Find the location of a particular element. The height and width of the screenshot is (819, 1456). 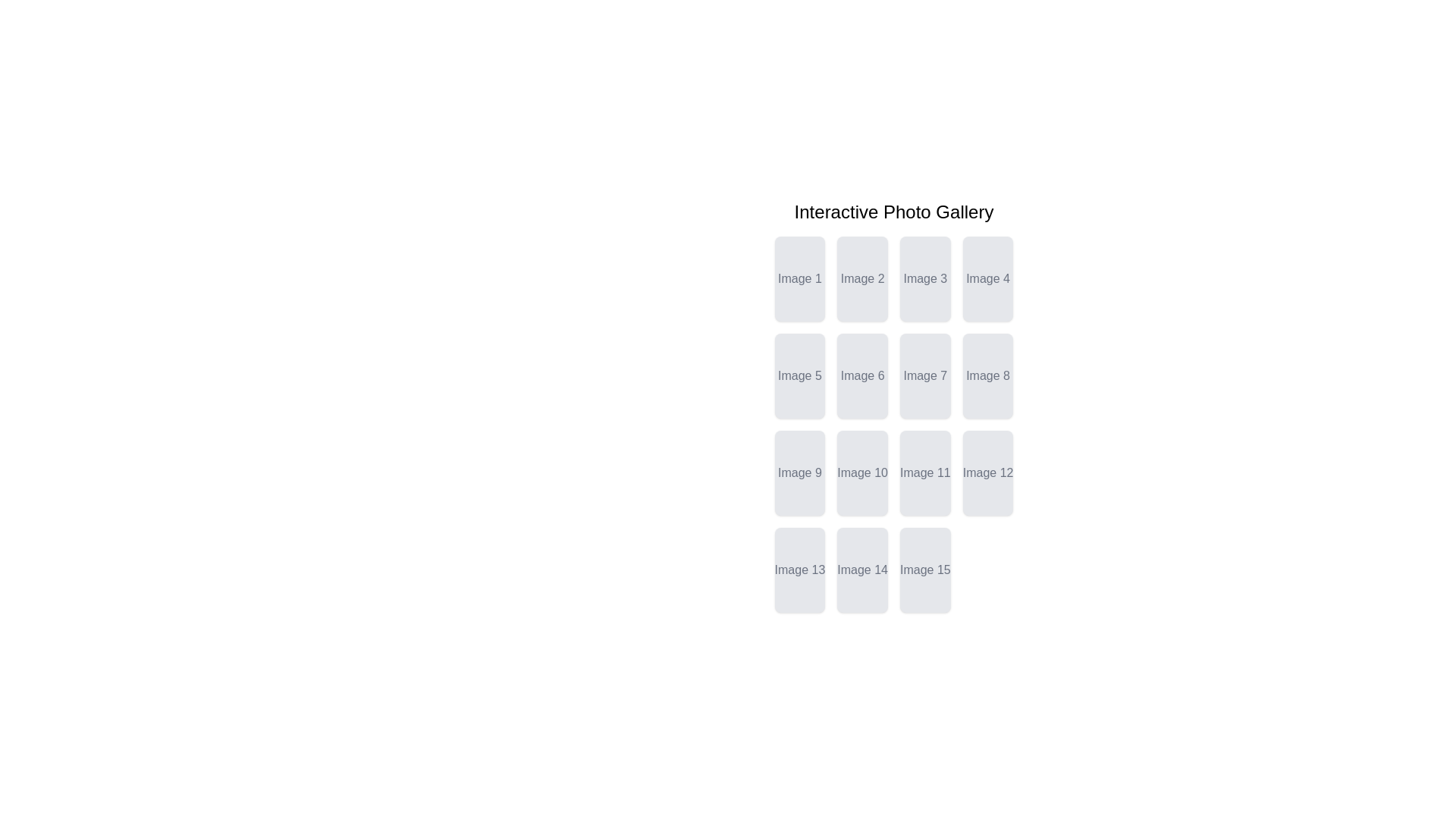

the interactive tile labeled 'Image 10' is located at coordinates (862, 472).